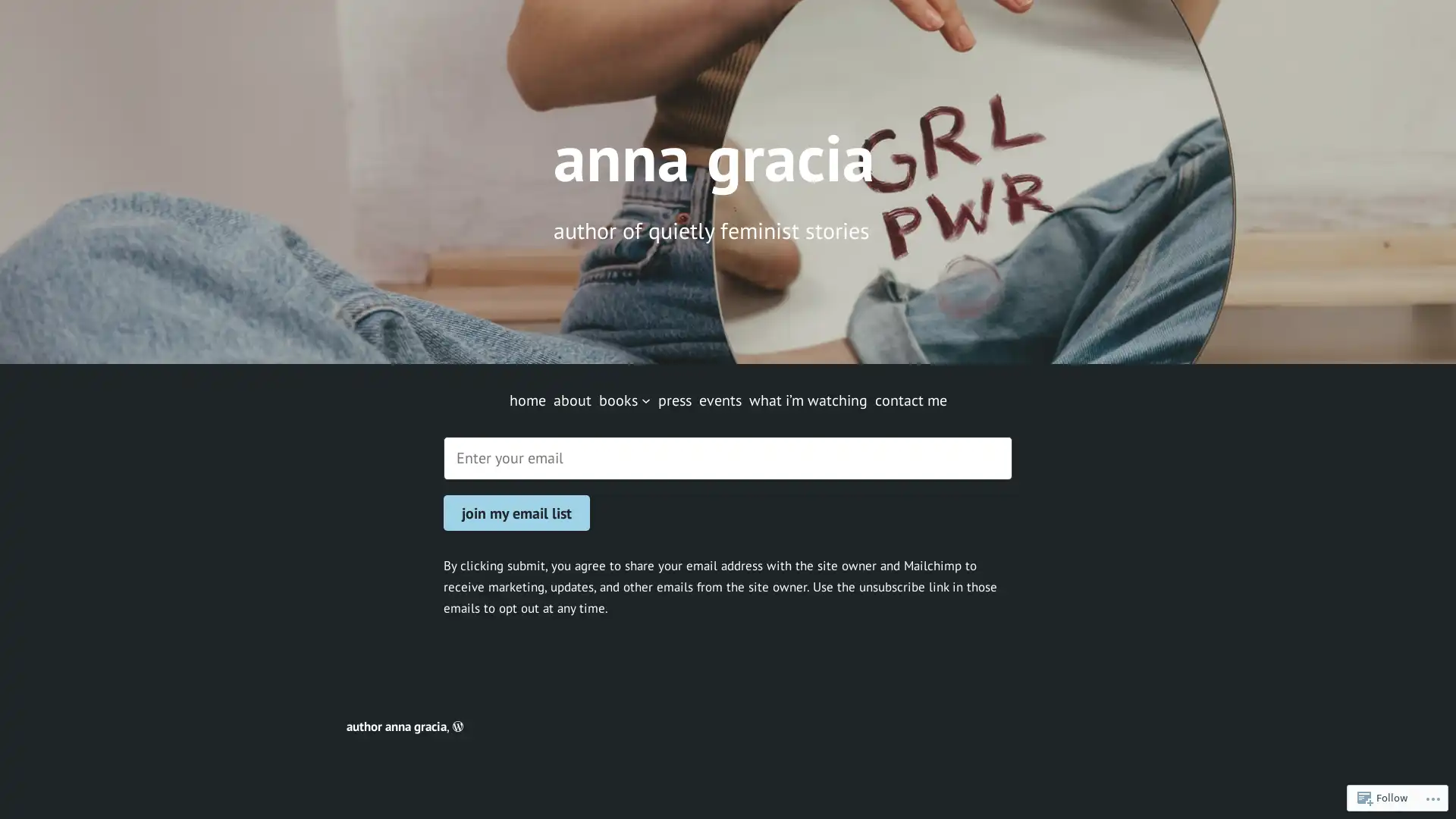 Image resolution: width=1456 pixels, height=819 pixels. Describe the element at coordinates (645, 400) in the screenshot. I see `books submenu` at that location.